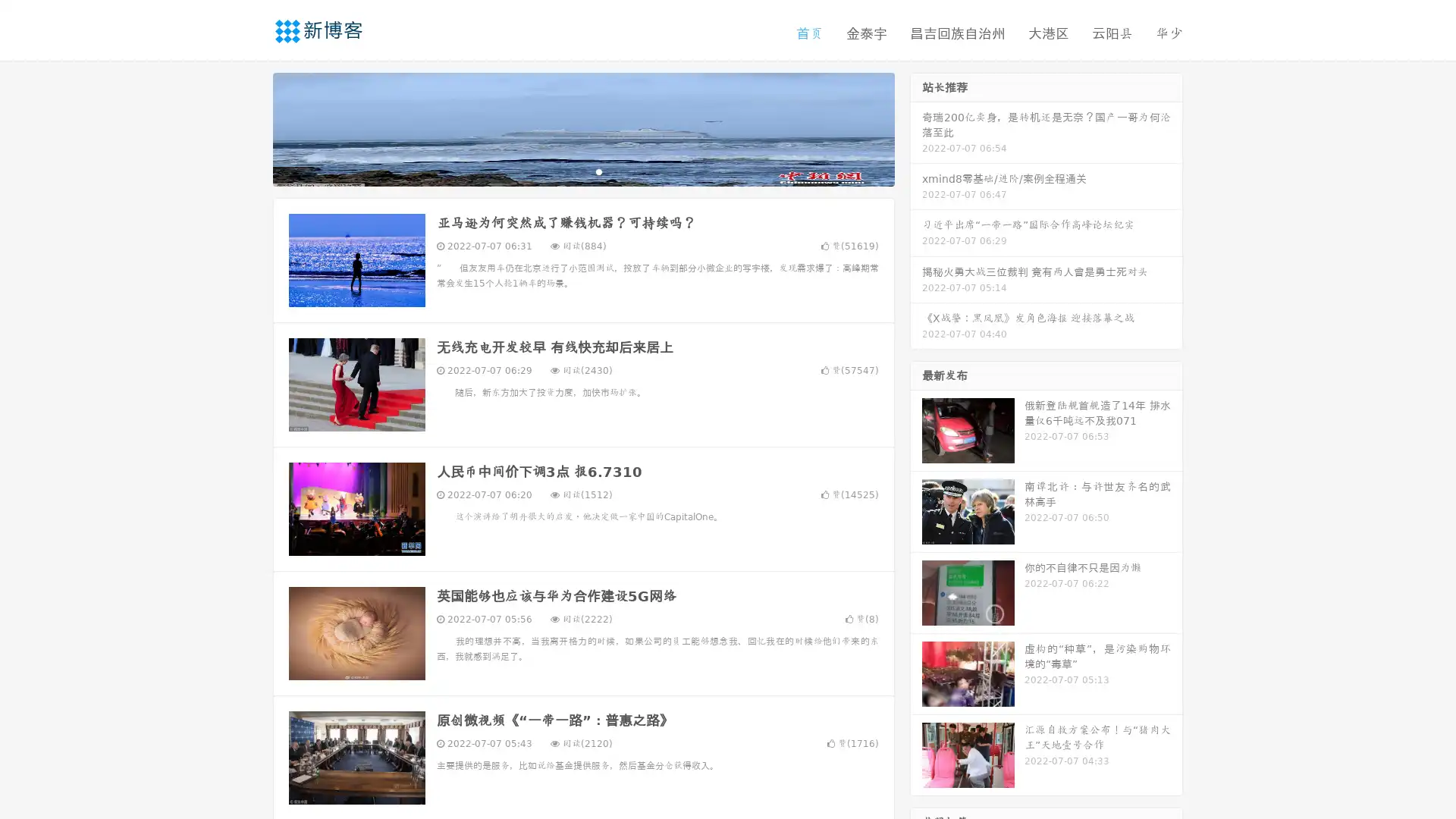  What do you see at coordinates (916, 127) in the screenshot?
I see `Next slide` at bounding box center [916, 127].